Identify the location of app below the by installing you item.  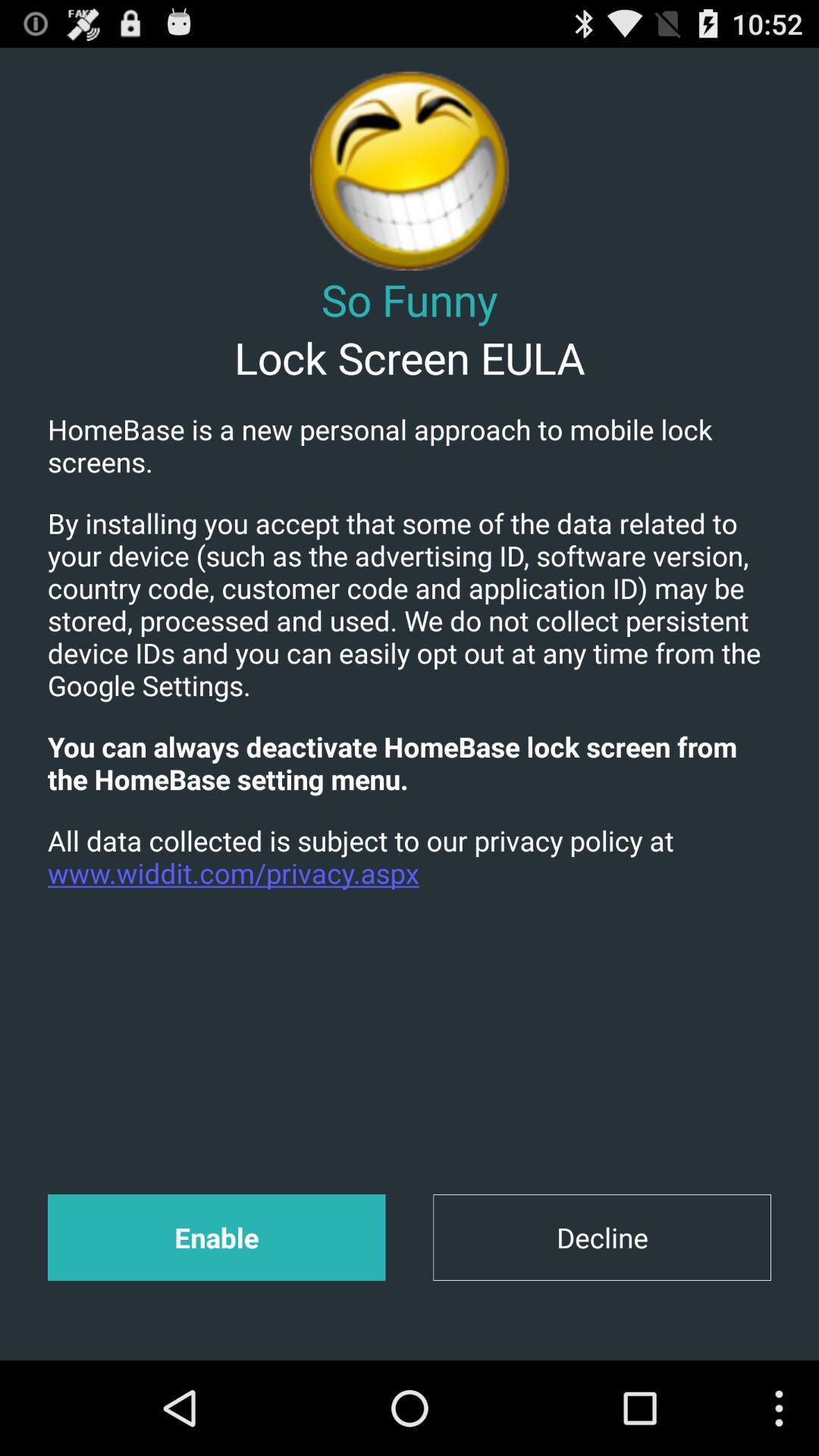
(409, 763).